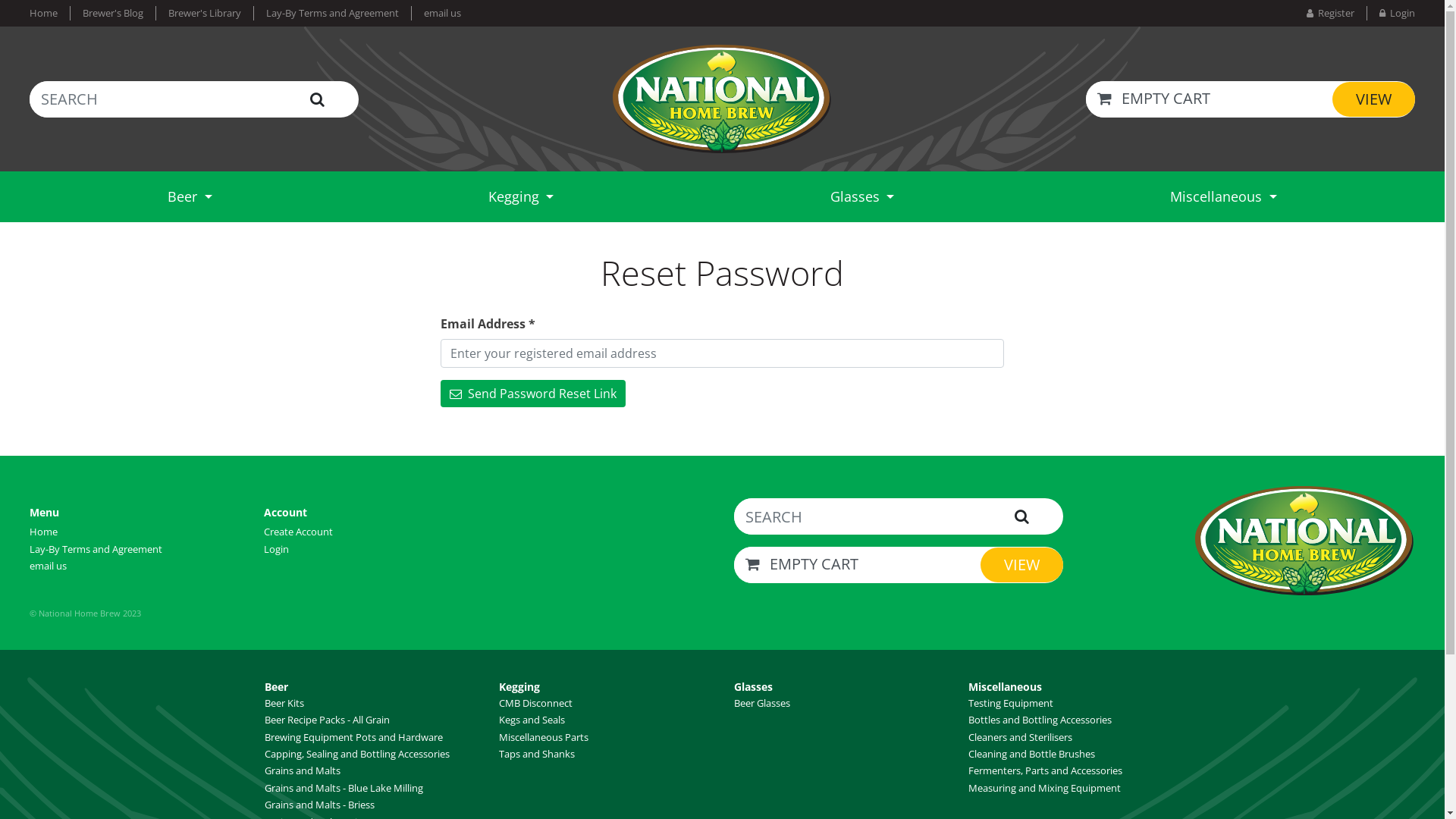 This screenshot has height=819, width=1456. Describe the element at coordinates (356, 754) in the screenshot. I see `'Capping, Sealing and Bottling Accessories'` at that location.